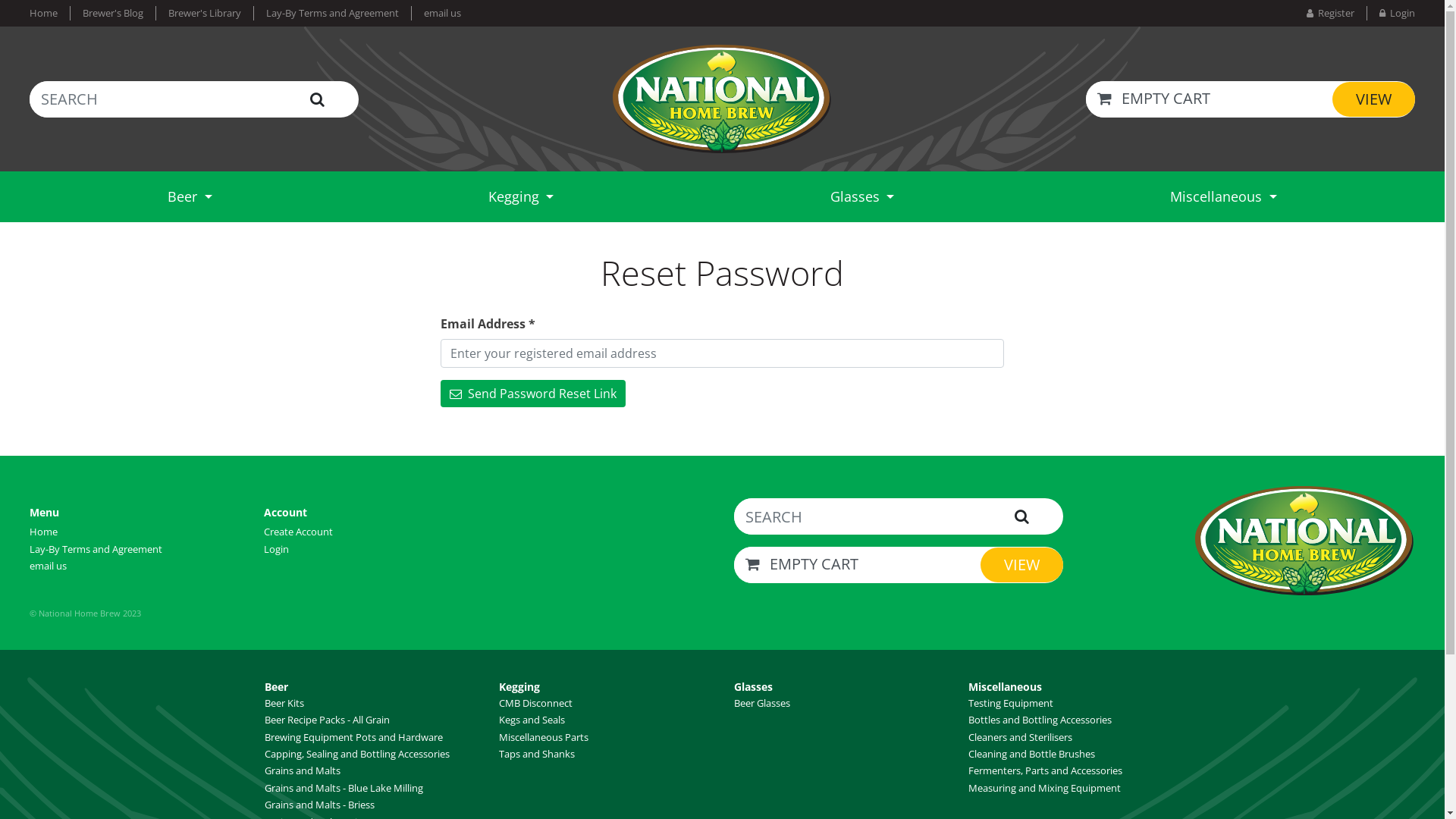 This screenshot has height=819, width=1456. Describe the element at coordinates (356, 754) in the screenshot. I see `'Capping, Sealing and Bottling Accessories'` at that location.